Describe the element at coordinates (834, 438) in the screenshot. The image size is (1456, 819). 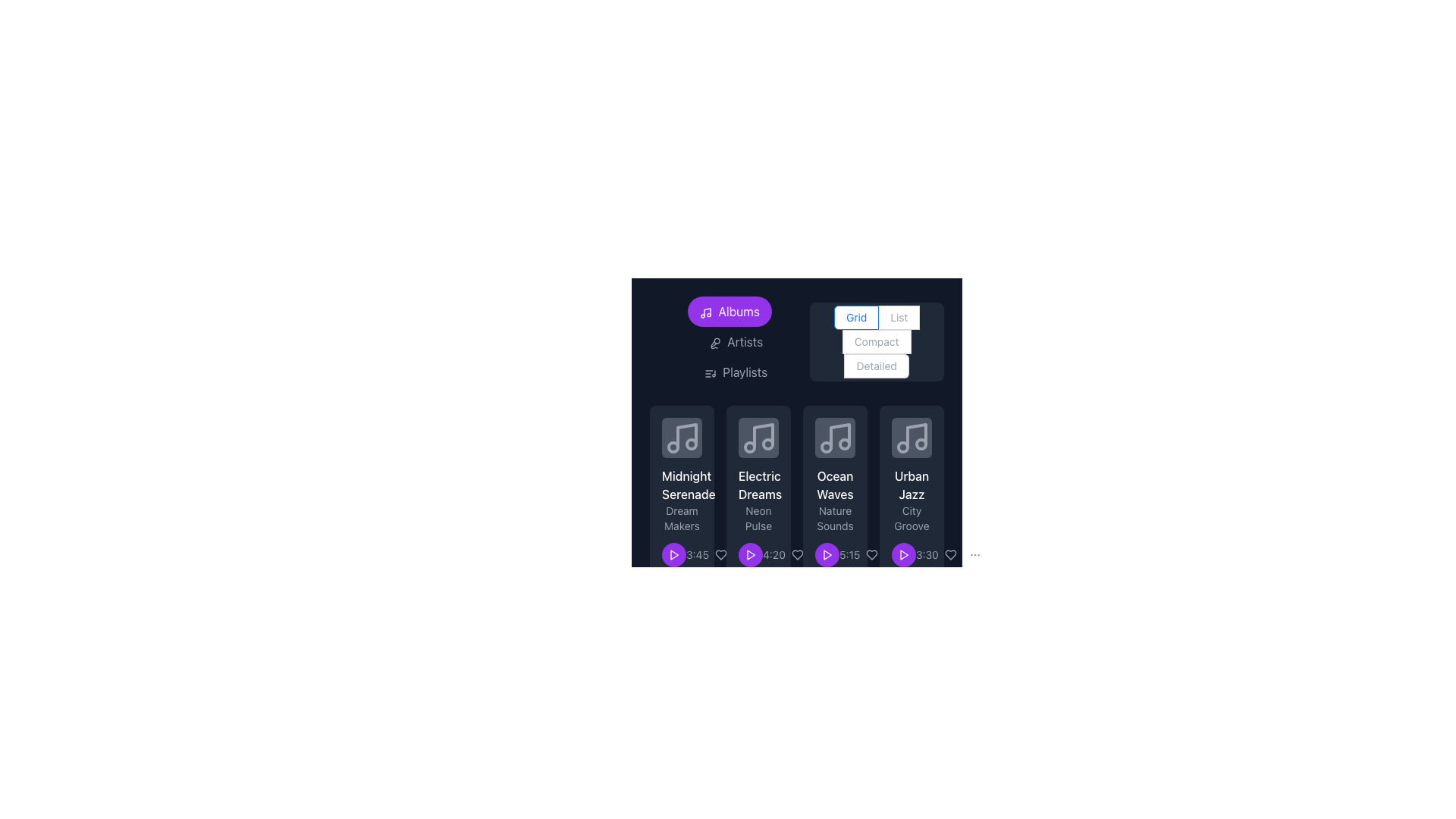
I see `the audio file icon representing 'Ocean Waves' in the third position of the card grid` at that location.